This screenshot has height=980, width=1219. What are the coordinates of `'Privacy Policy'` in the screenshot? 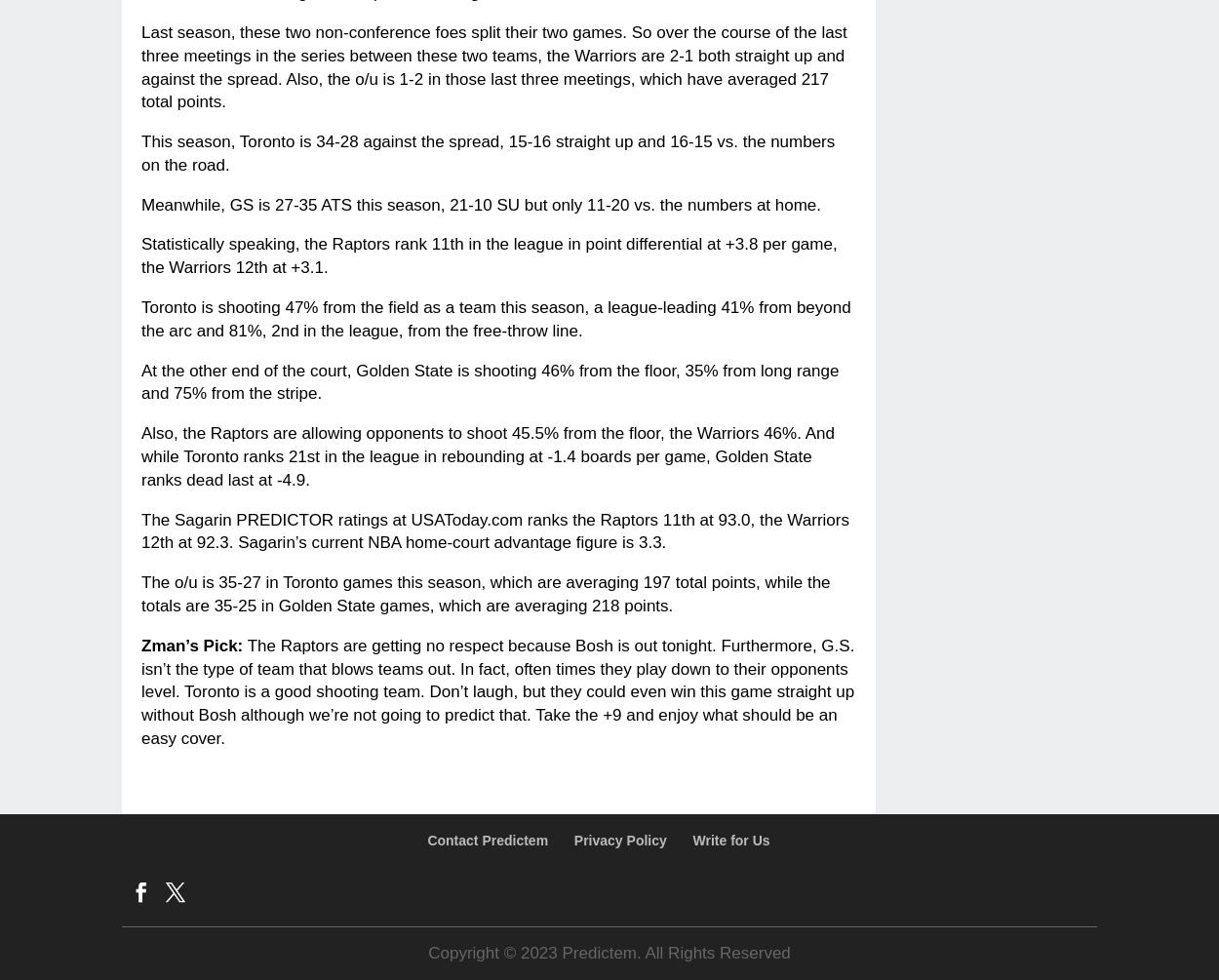 It's located at (572, 838).